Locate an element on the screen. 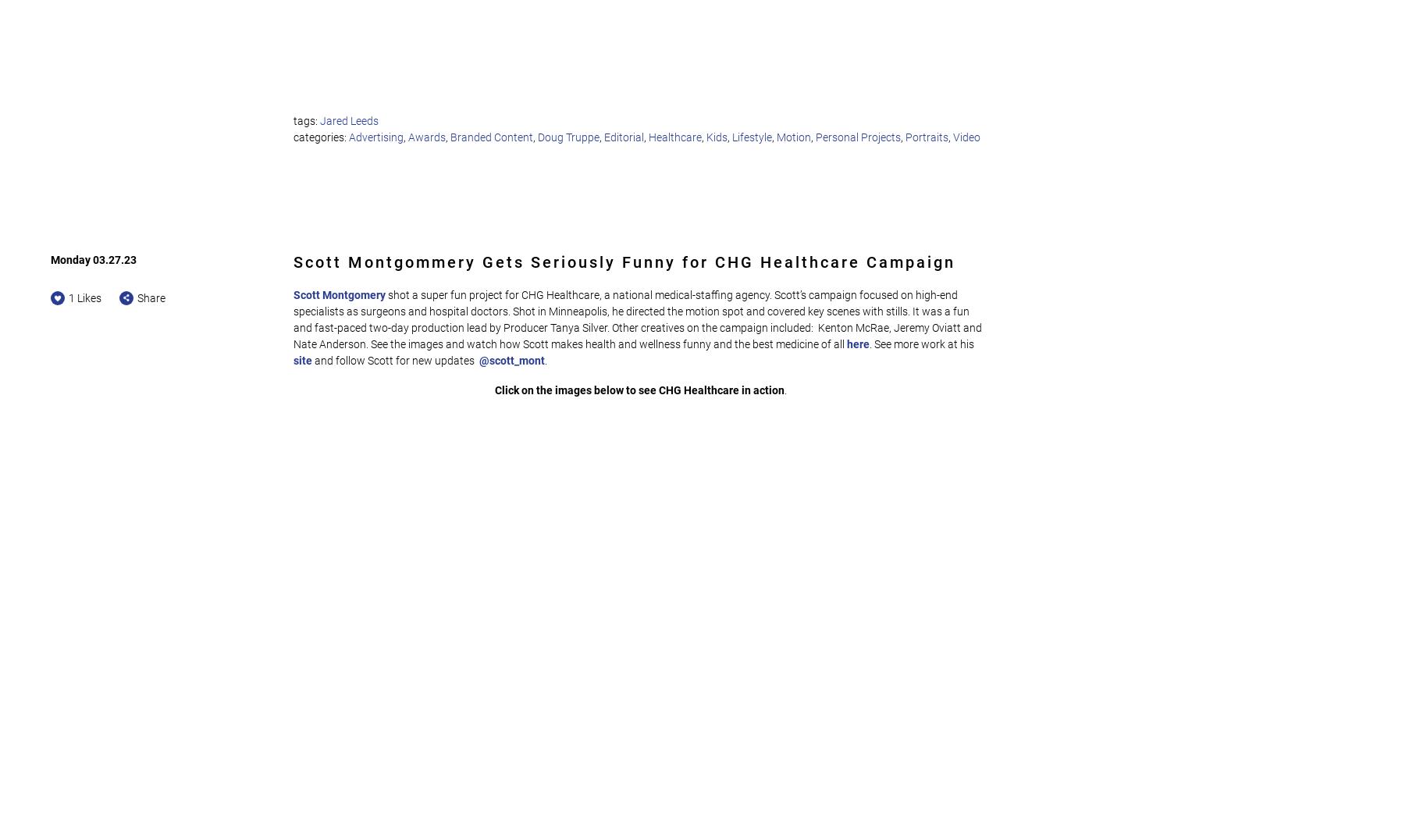 The height and width of the screenshot is (840, 1409). '. See more work at his' is located at coordinates (922, 343).